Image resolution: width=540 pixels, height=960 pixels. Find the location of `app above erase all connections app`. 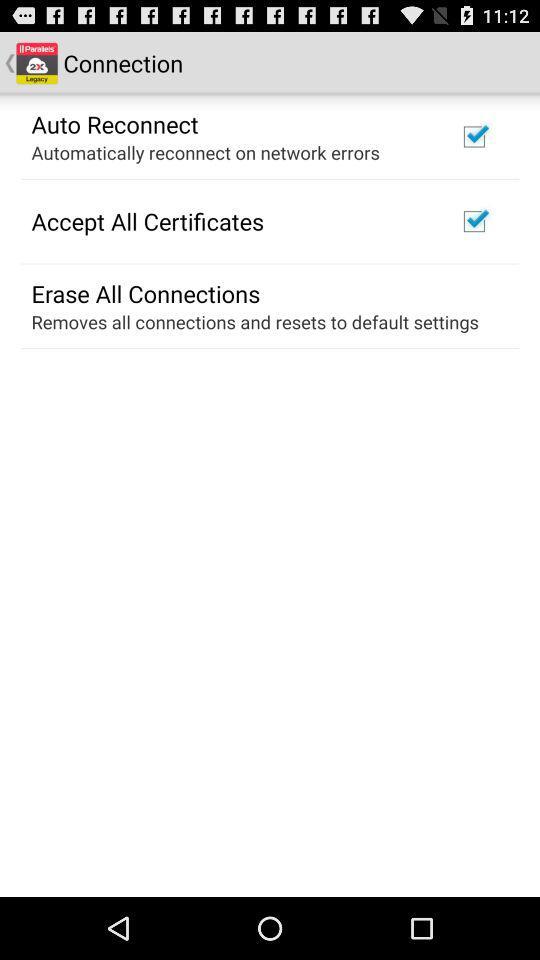

app above erase all connections app is located at coordinates (146, 221).